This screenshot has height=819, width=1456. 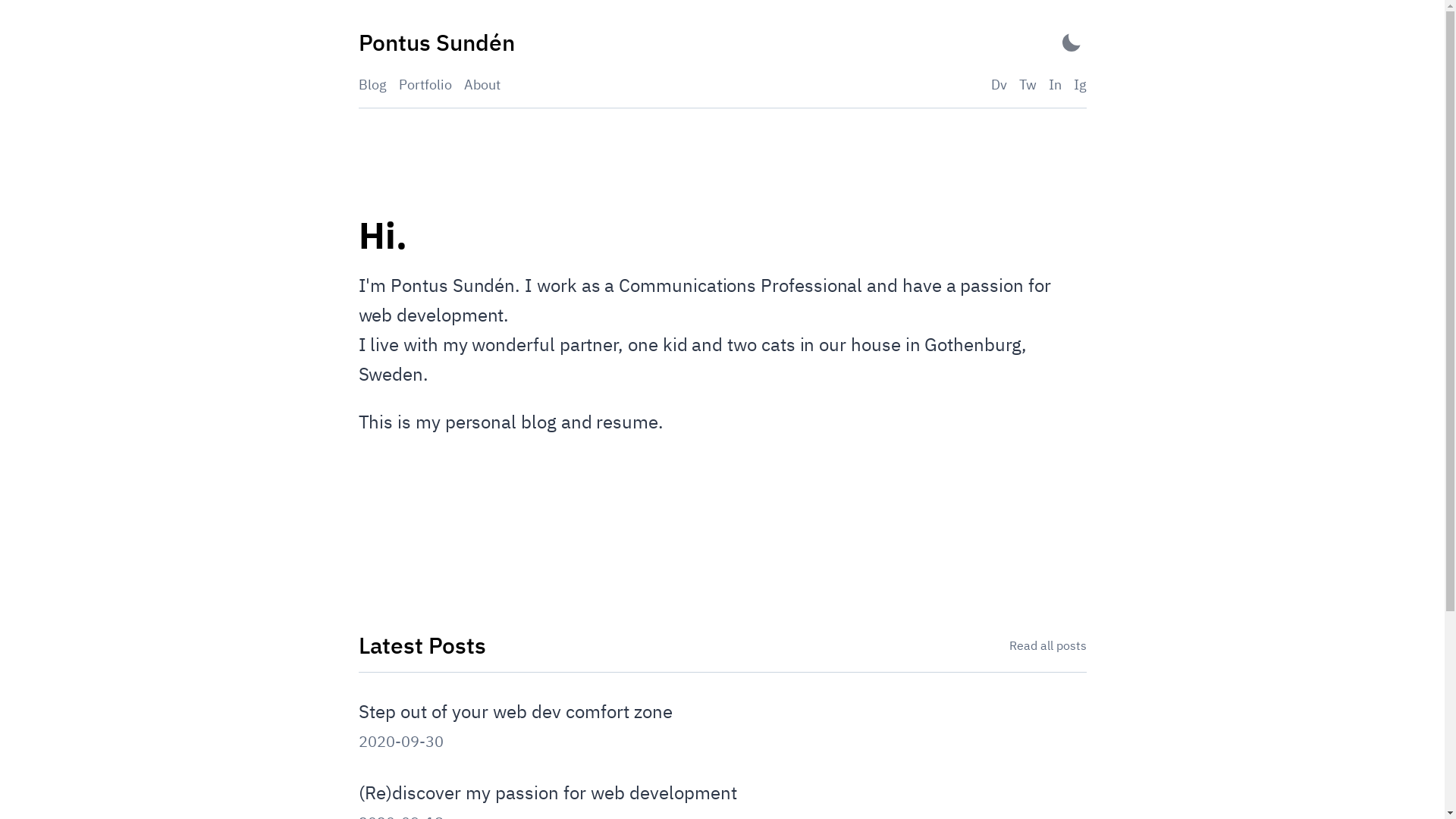 I want to click on 'Blog', so click(x=372, y=84).